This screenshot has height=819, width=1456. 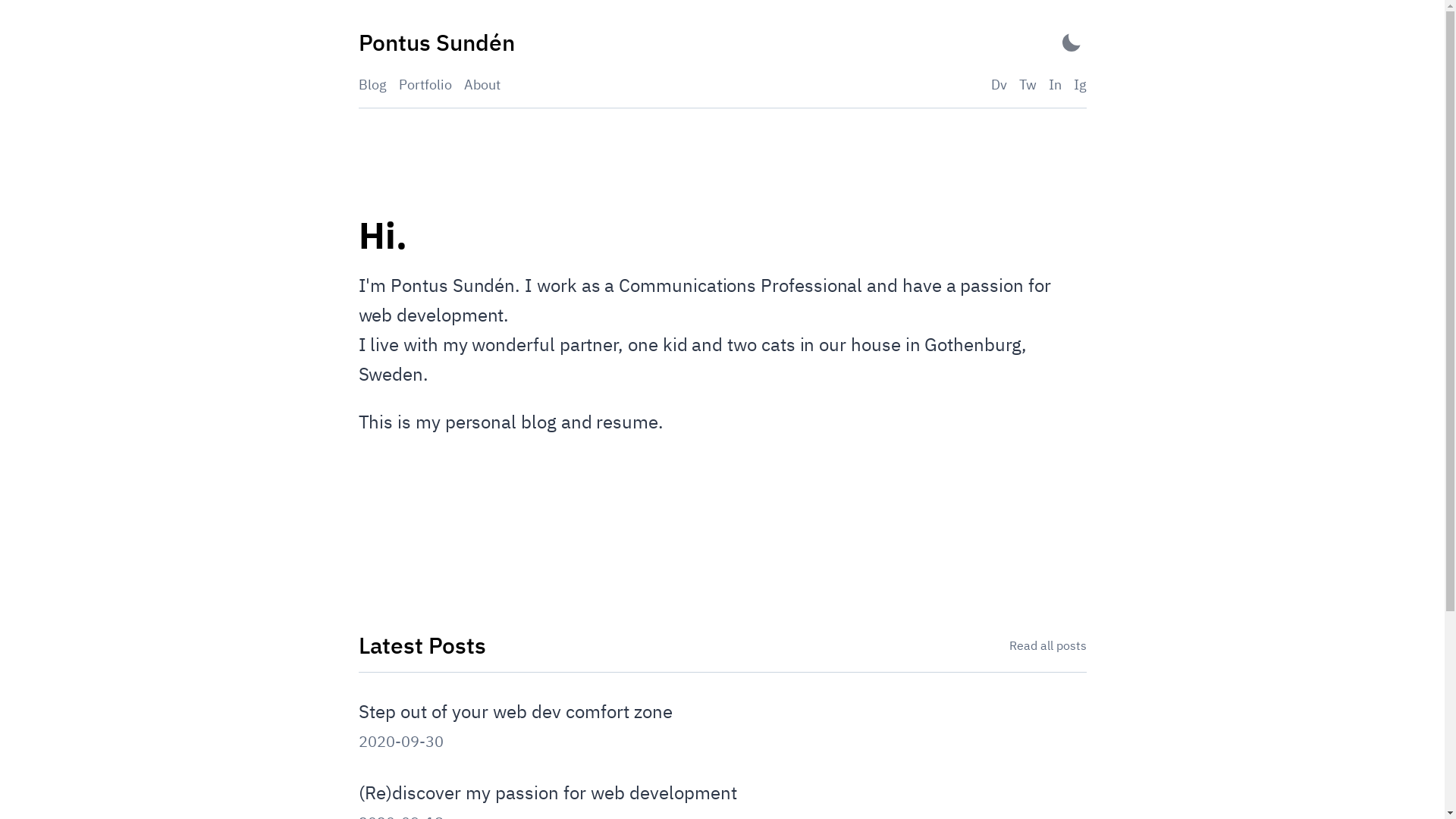 I want to click on 'Blog', so click(x=372, y=84).